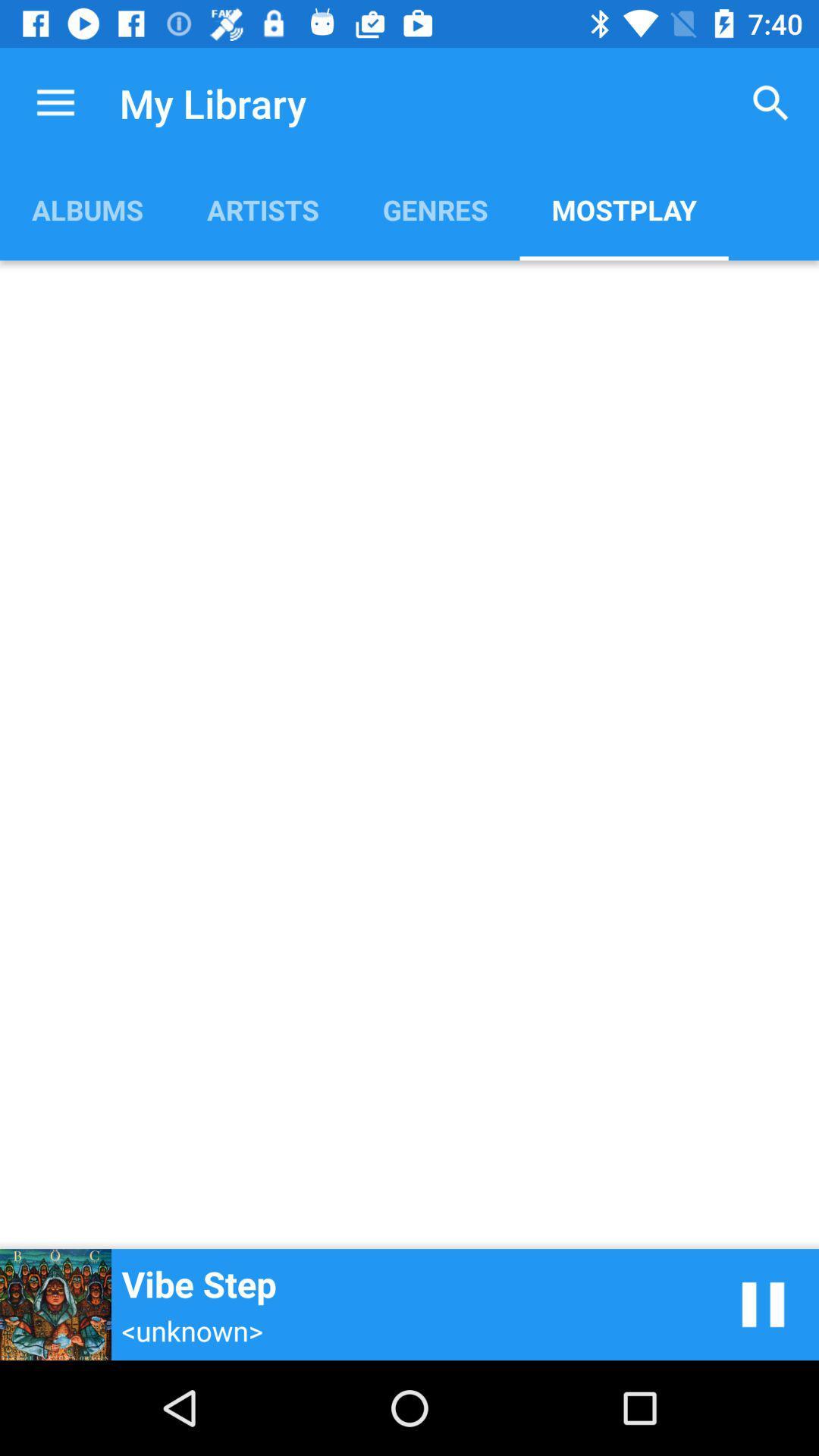  What do you see at coordinates (435, 209) in the screenshot?
I see `app next to artists` at bounding box center [435, 209].